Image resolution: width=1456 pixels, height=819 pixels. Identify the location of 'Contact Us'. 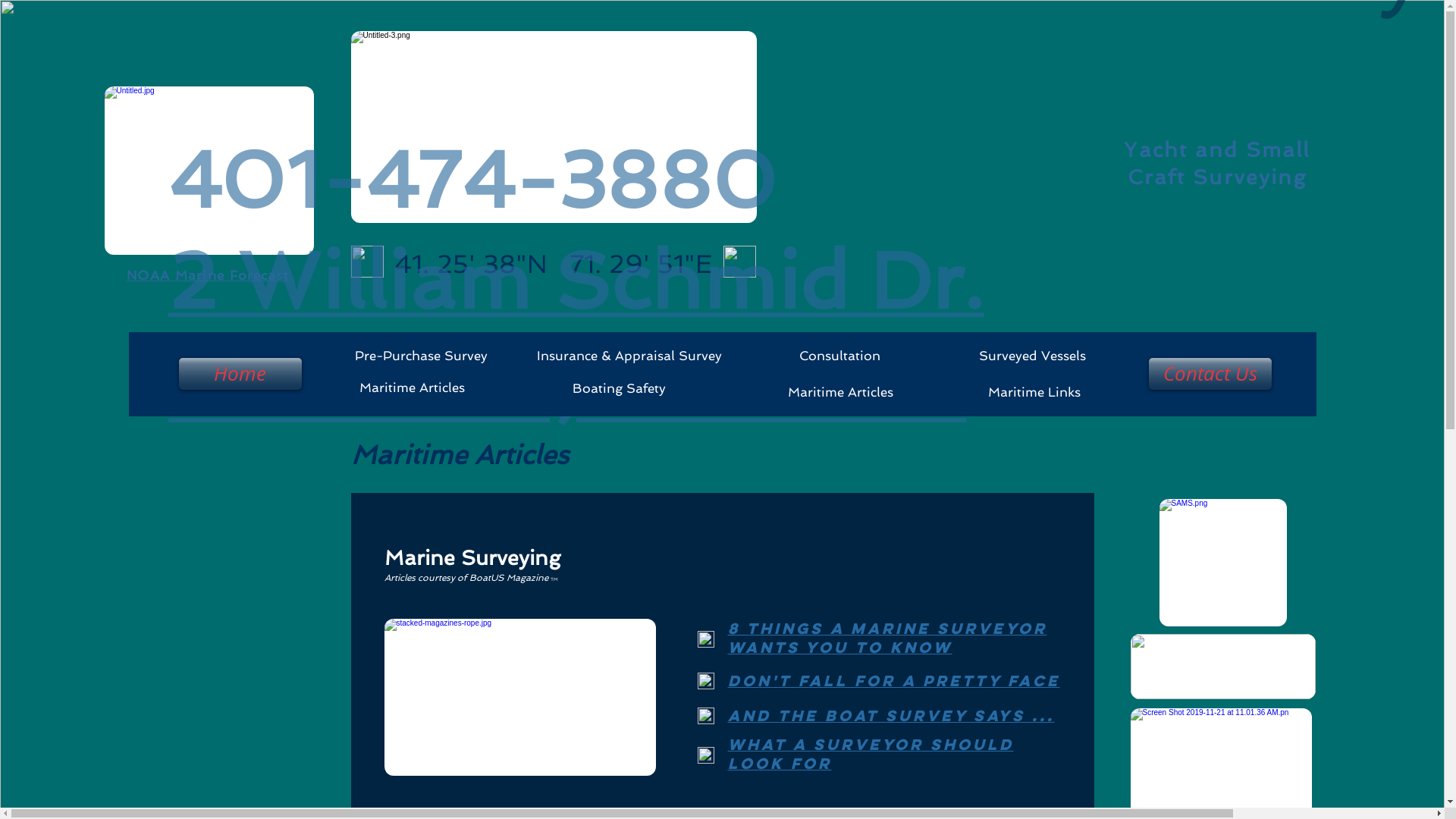
(1146, 374).